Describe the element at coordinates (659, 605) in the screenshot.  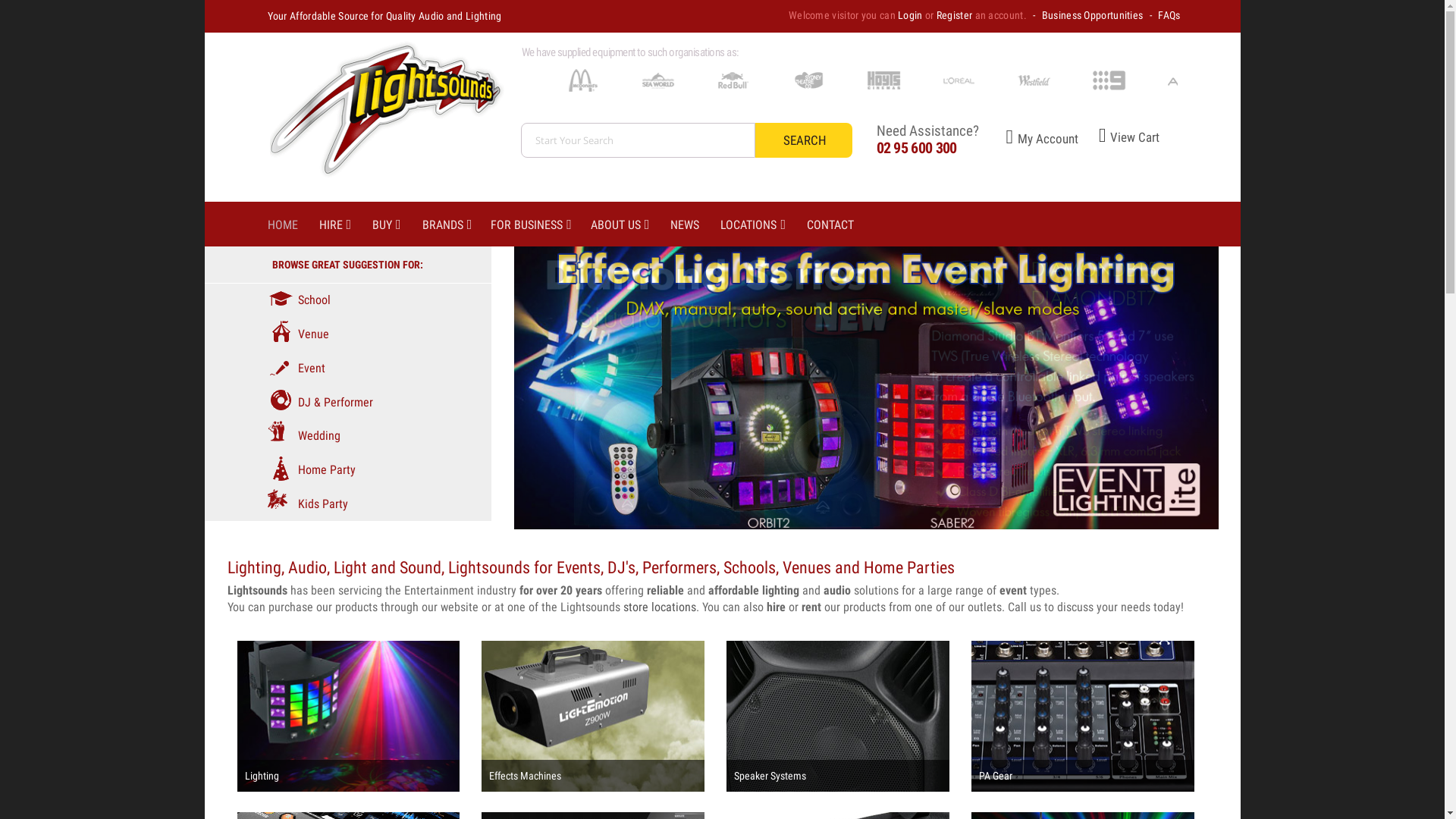
I see `'store locations'` at that location.